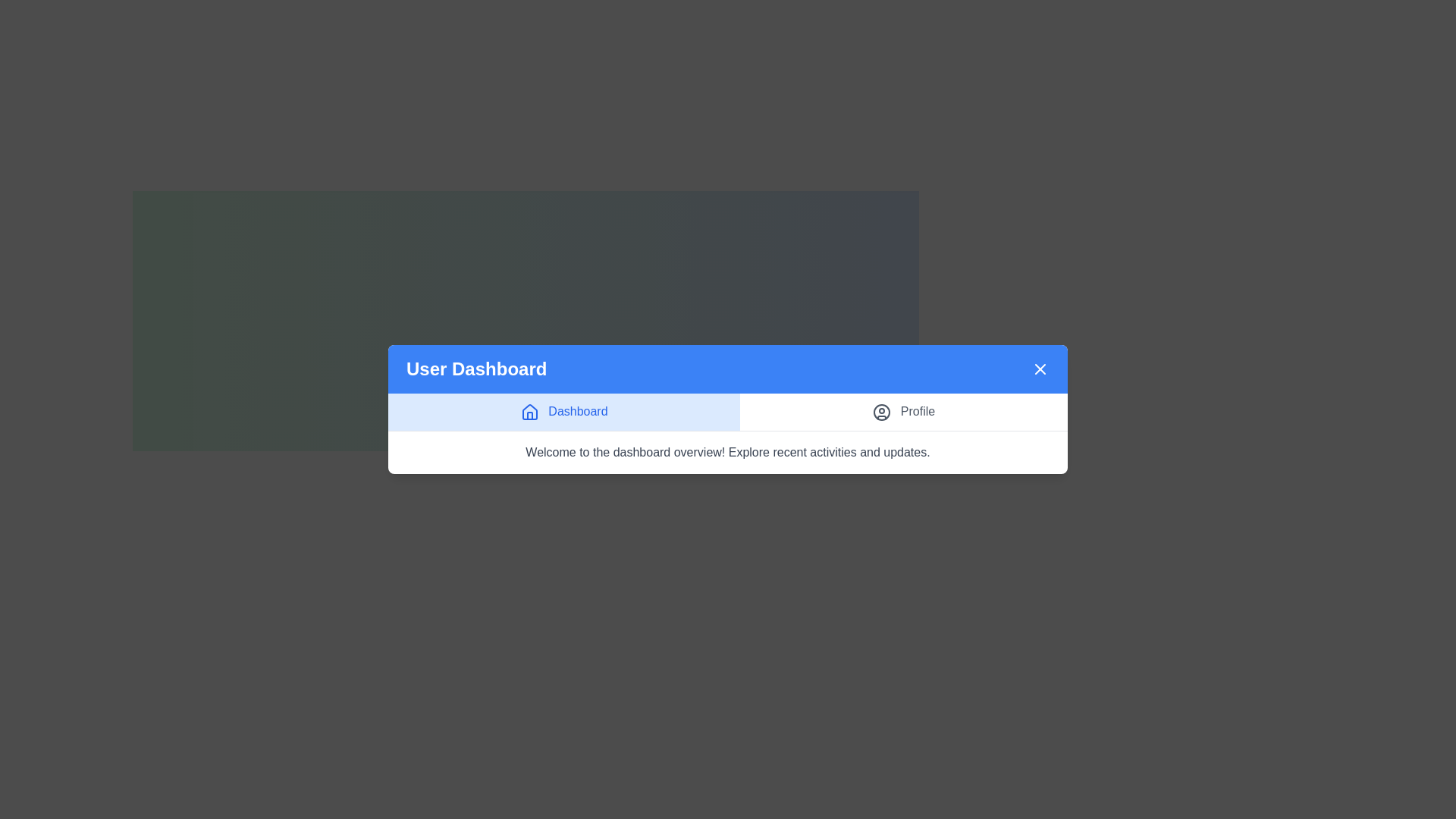 The image size is (1456, 819). What do you see at coordinates (904, 412) in the screenshot?
I see `the navigation button that leads to the profile section of the application` at bounding box center [904, 412].